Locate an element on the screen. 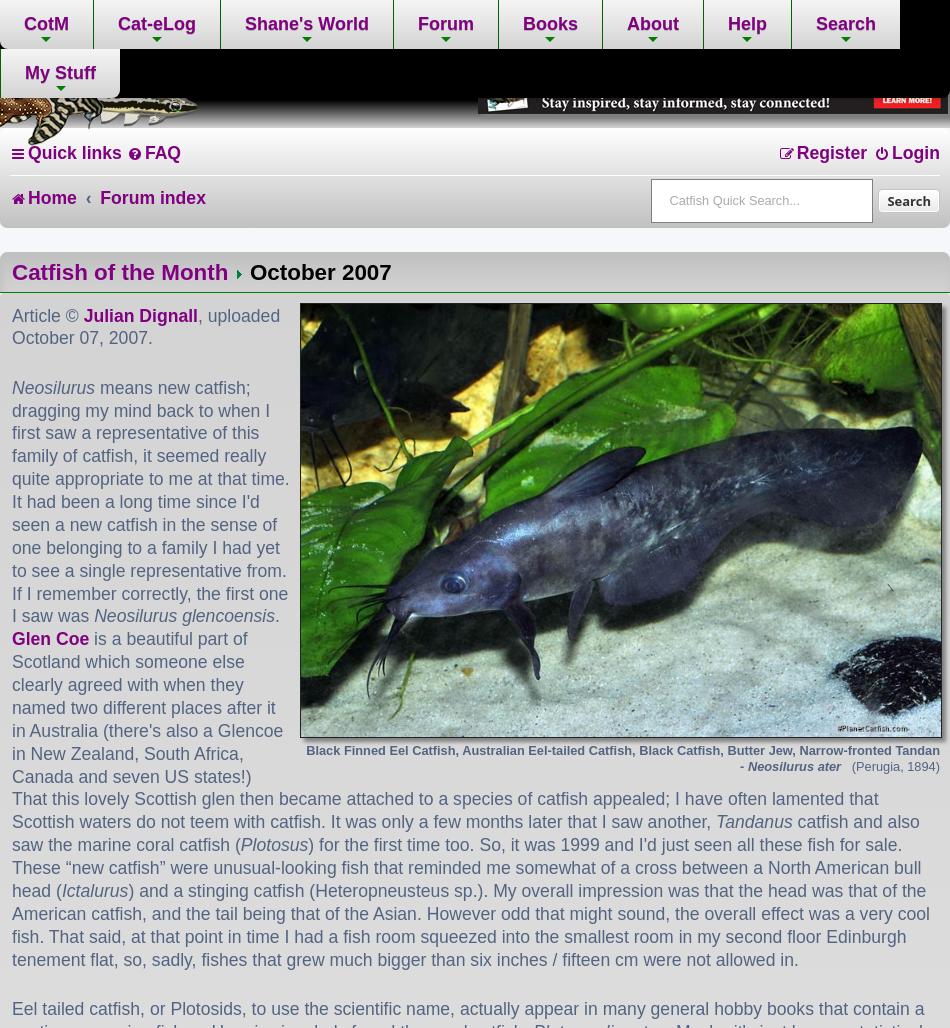 This screenshot has width=950, height=1028. 'Forum' is located at coordinates (443, 23).